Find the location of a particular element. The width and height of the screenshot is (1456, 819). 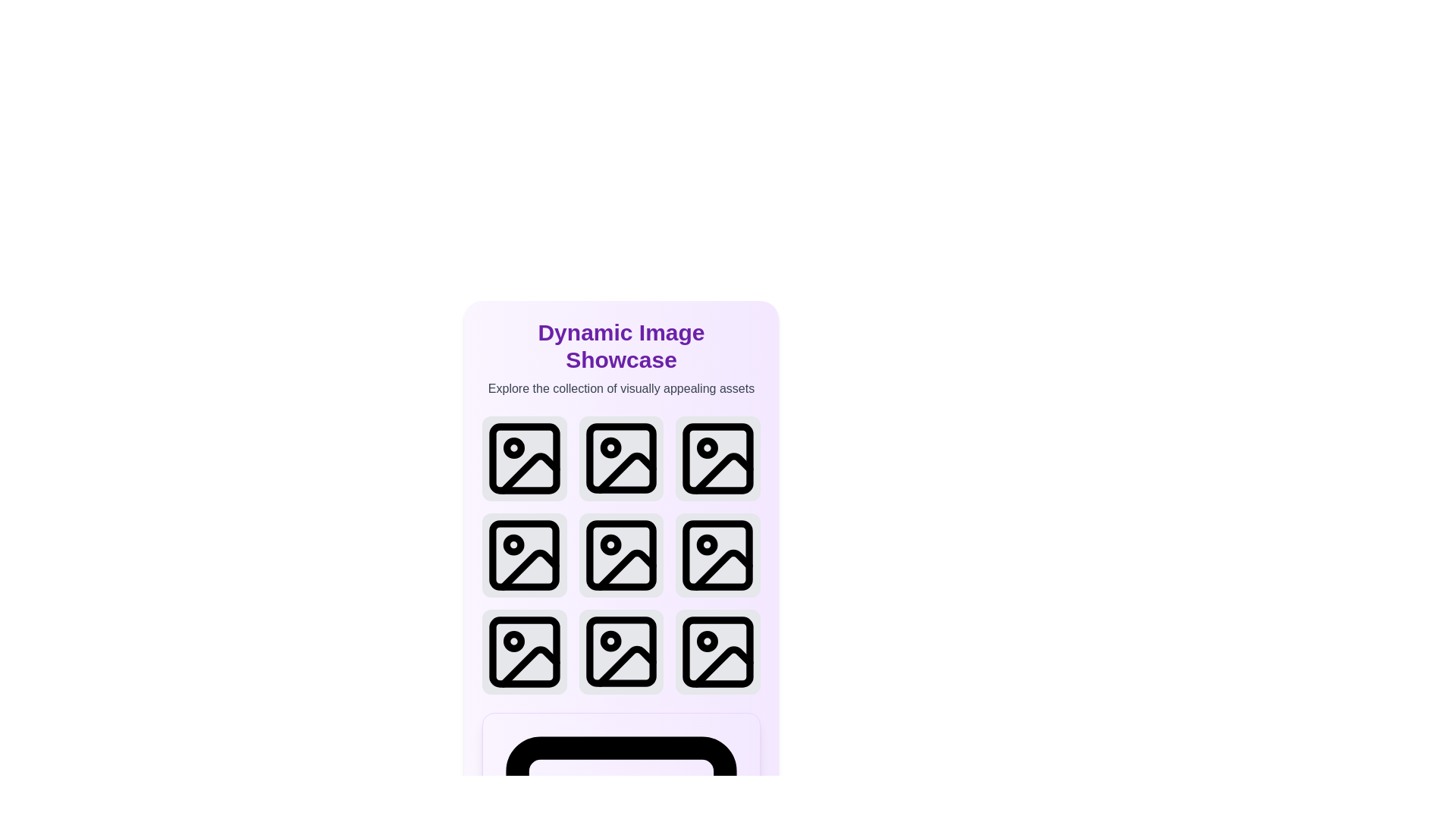

content or associated metadata of the clickable grid tile located in the first row and third column of the grid layout, just below the title 'Dynamic Image Showcase' is located at coordinates (717, 457).